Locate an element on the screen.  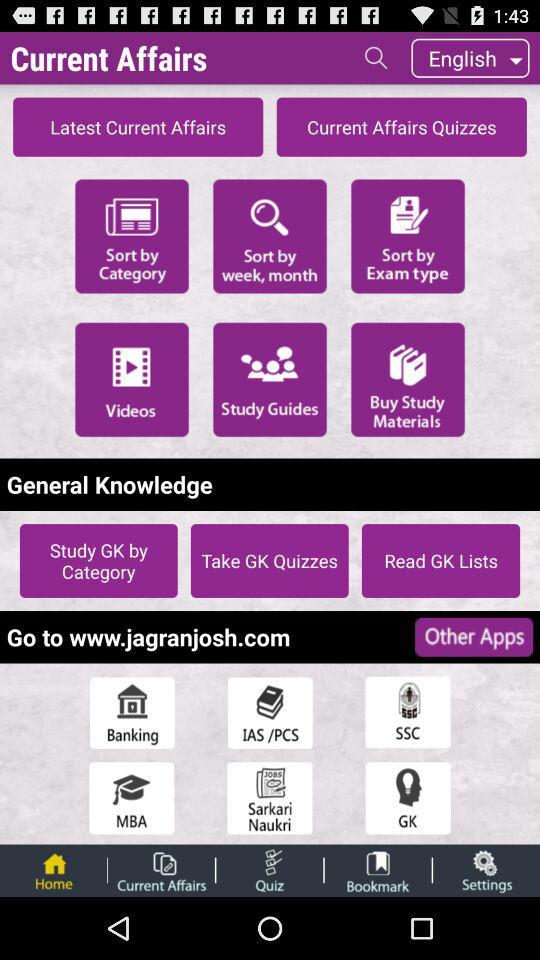
sarkari naukri button is located at coordinates (270, 798).